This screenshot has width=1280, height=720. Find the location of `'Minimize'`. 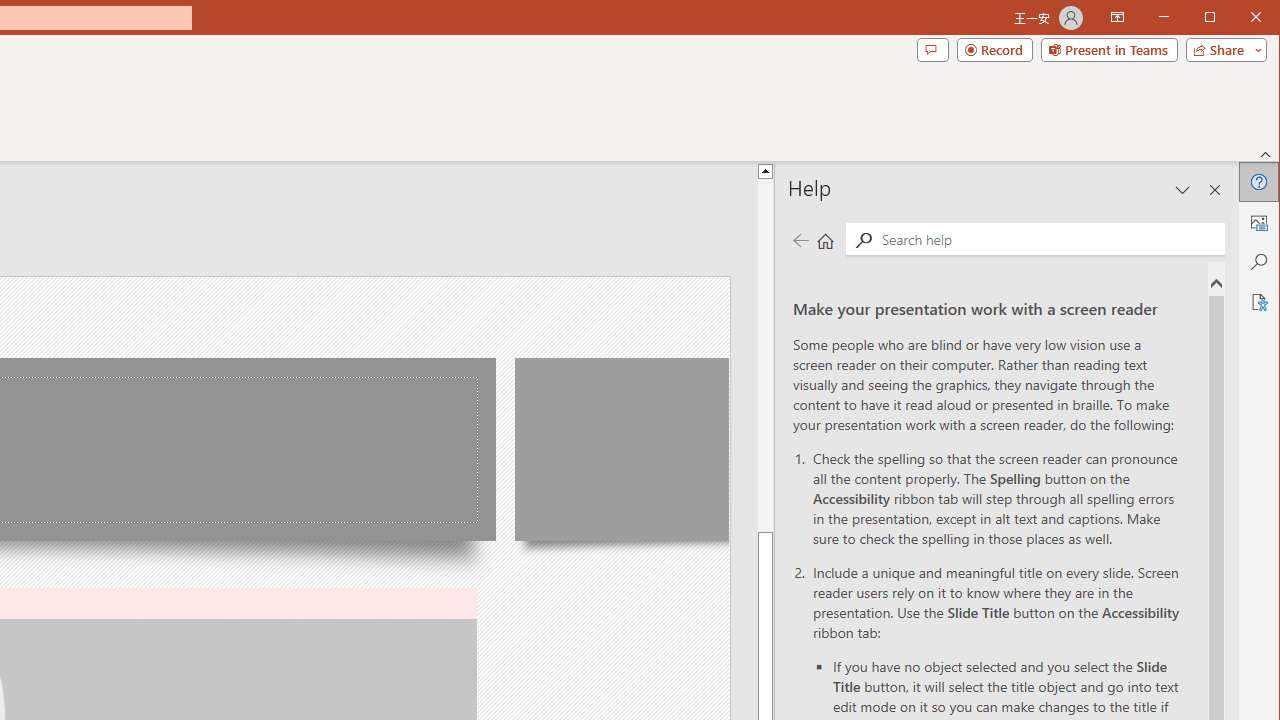

'Minimize' is located at coordinates (1215, 19).